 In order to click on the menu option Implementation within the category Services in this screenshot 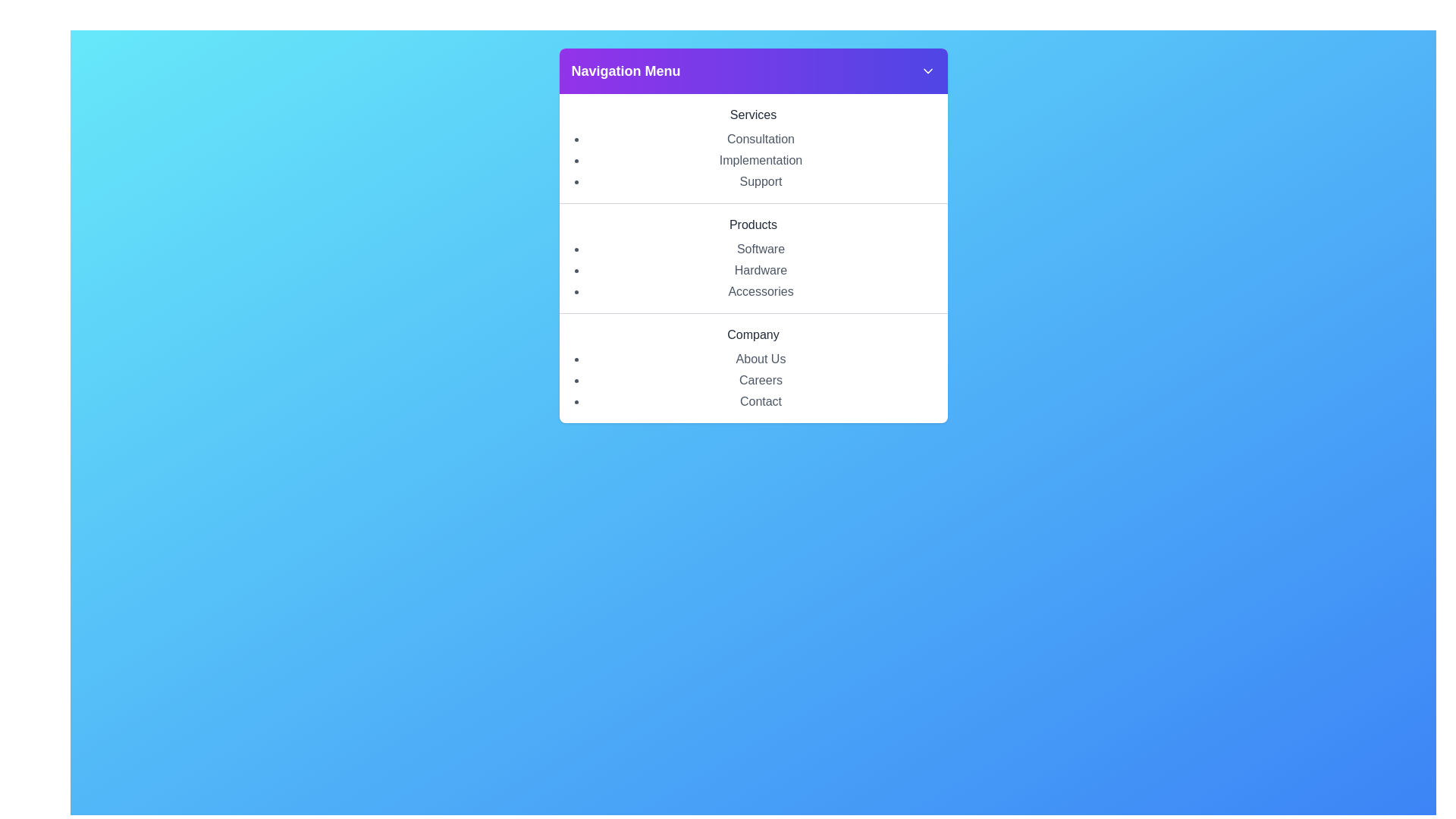, I will do `click(761, 161)`.